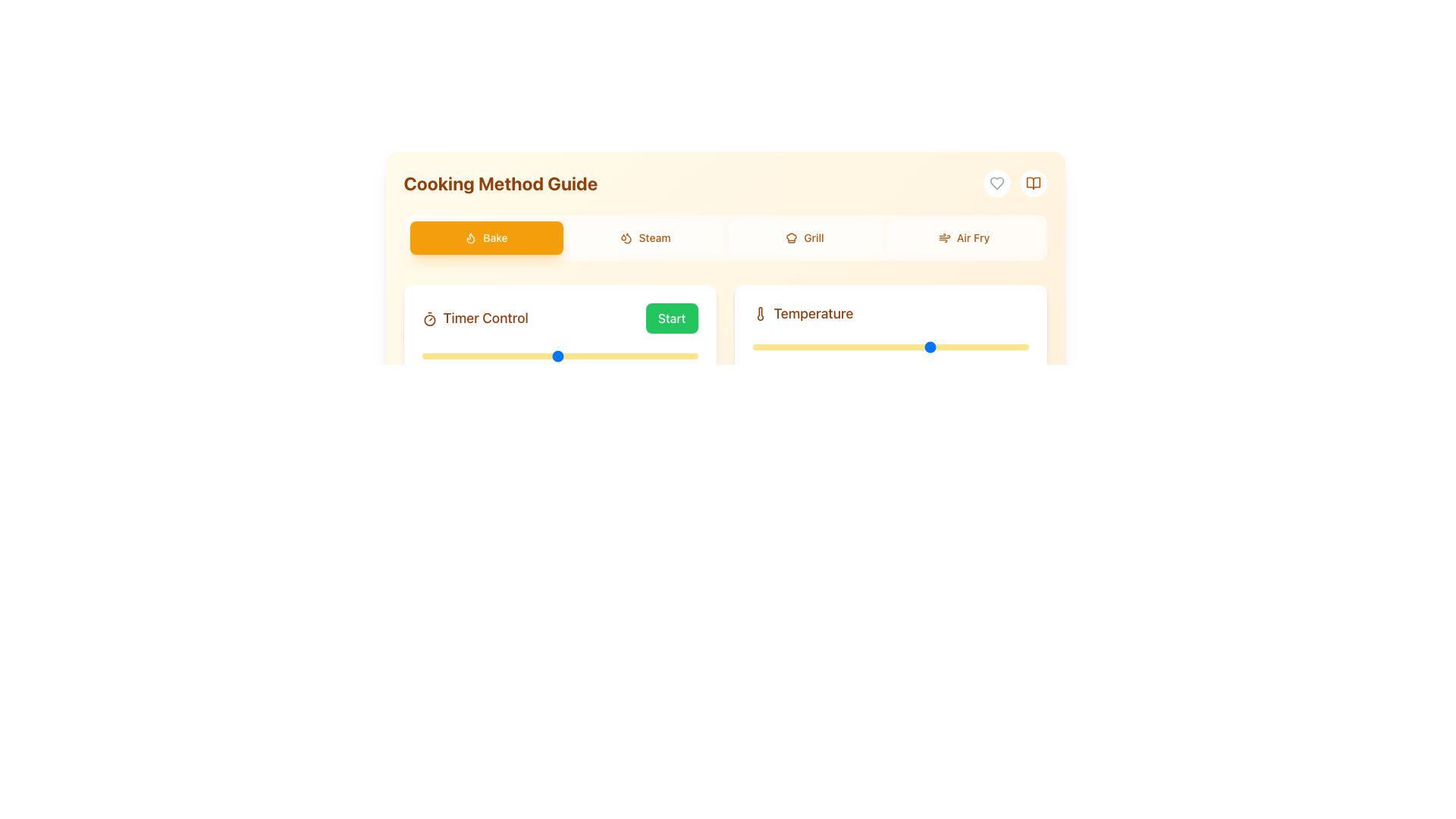 The width and height of the screenshot is (1456, 819). What do you see at coordinates (525, 356) in the screenshot?
I see `timer` at bounding box center [525, 356].